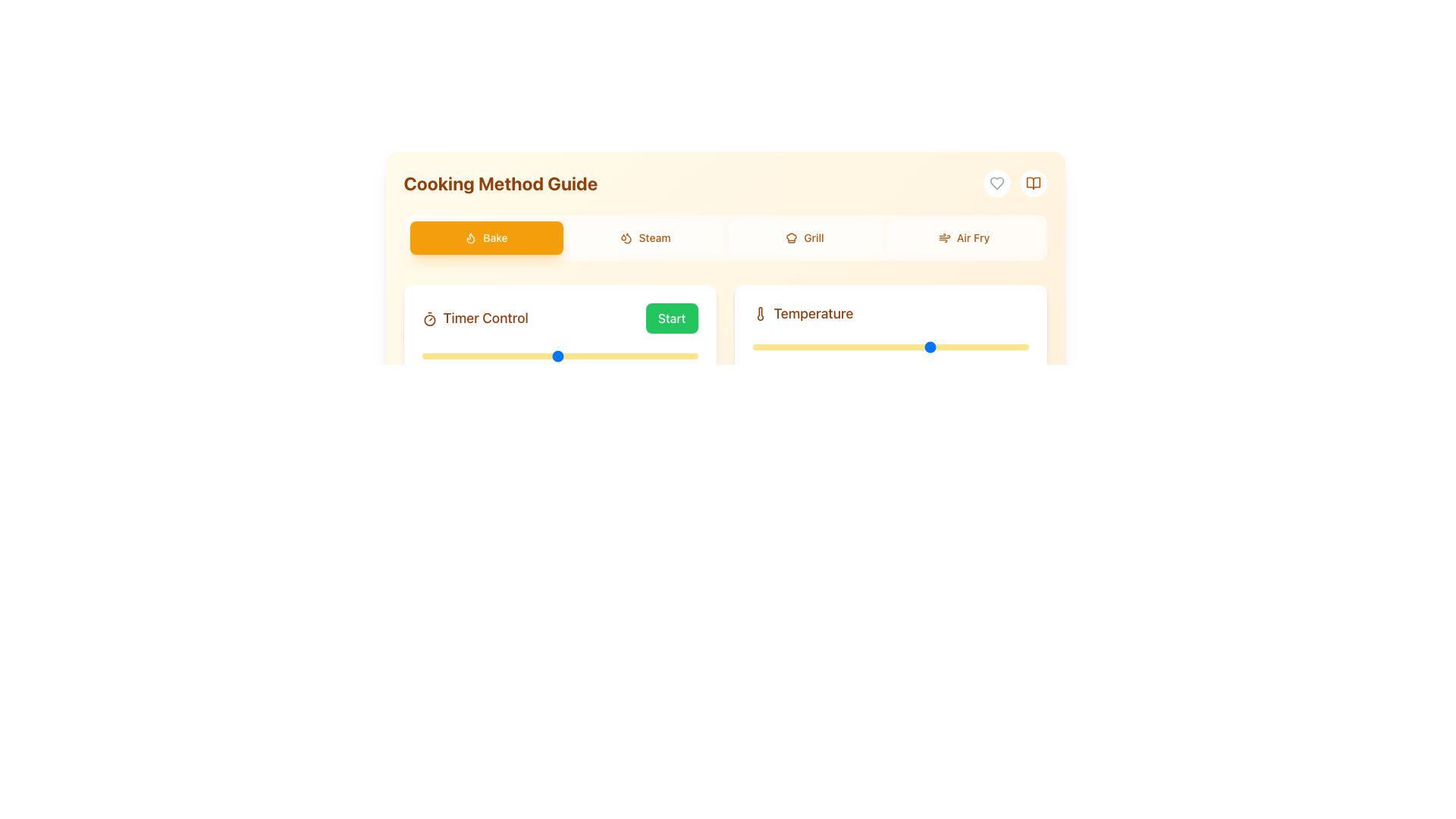 The width and height of the screenshot is (1456, 819). What do you see at coordinates (525, 356) in the screenshot?
I see `timer` at bounding box center [525, 356].